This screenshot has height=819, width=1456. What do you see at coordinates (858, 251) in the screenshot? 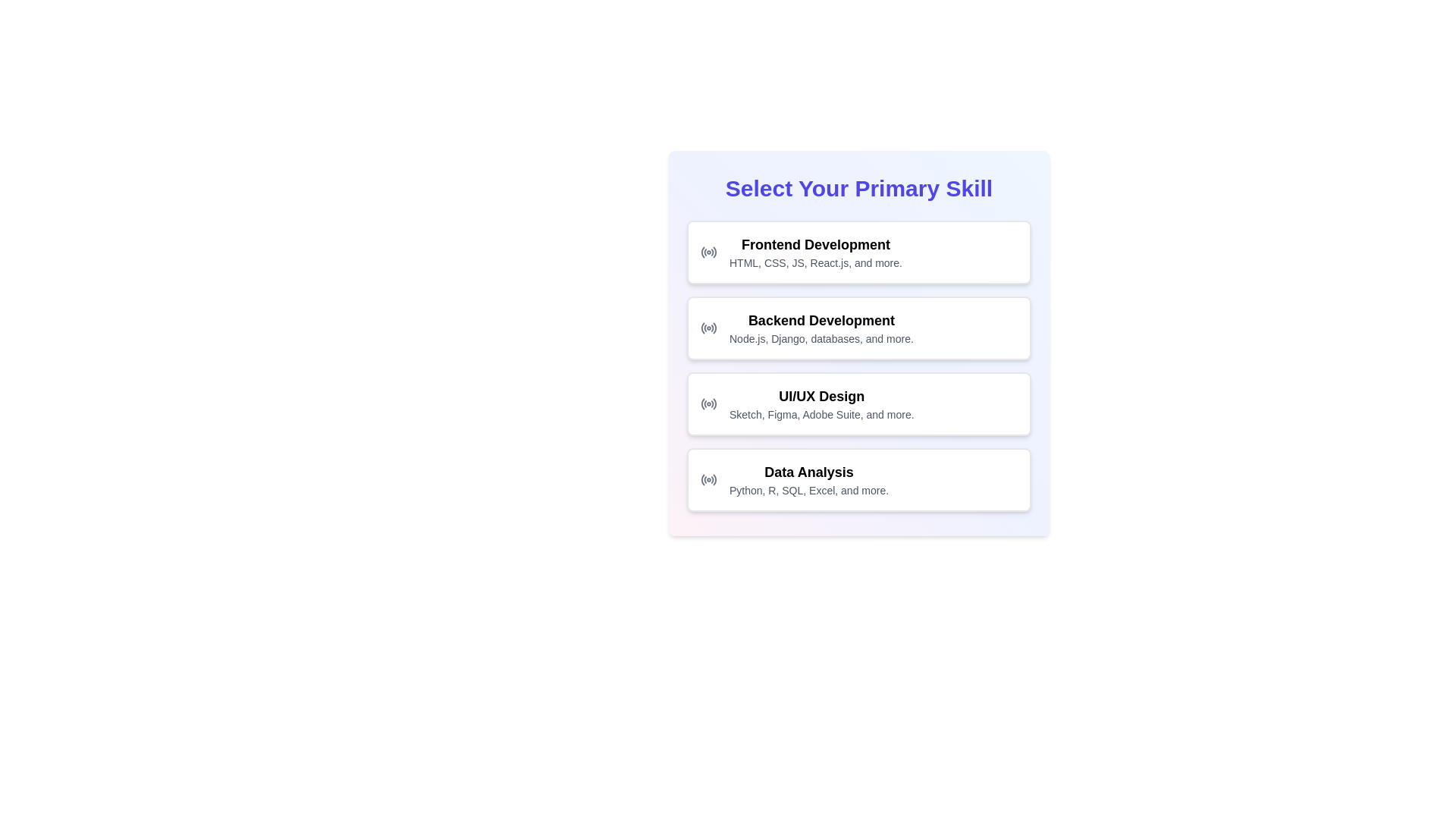
I see `the 'Frontend Development' skill category card, which is the first card in a vertically arranged list of skill categories` at bounding box center [858, 251].